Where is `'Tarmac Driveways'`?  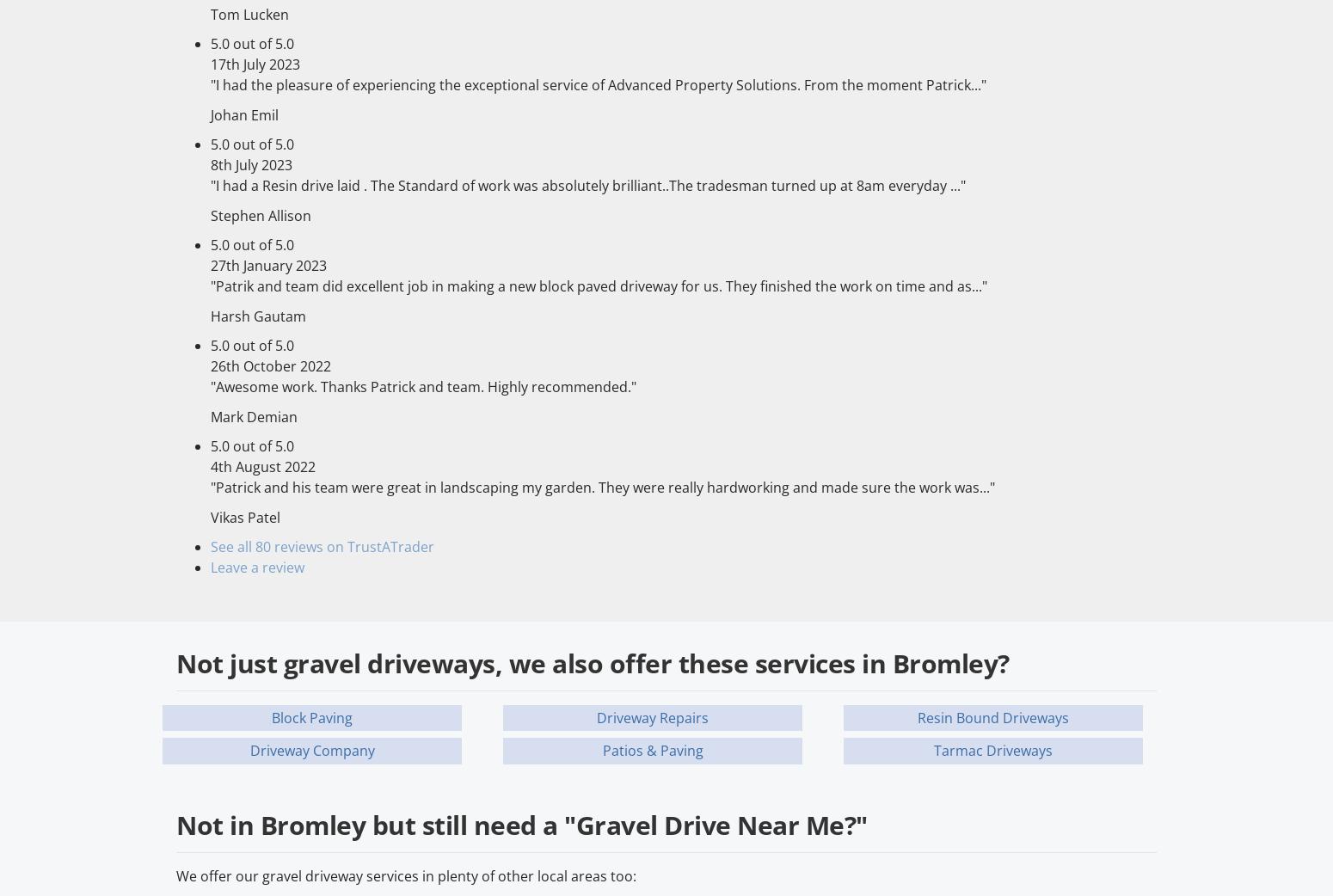 'Tarmac Driveways' is located at coordinates (992, 749).